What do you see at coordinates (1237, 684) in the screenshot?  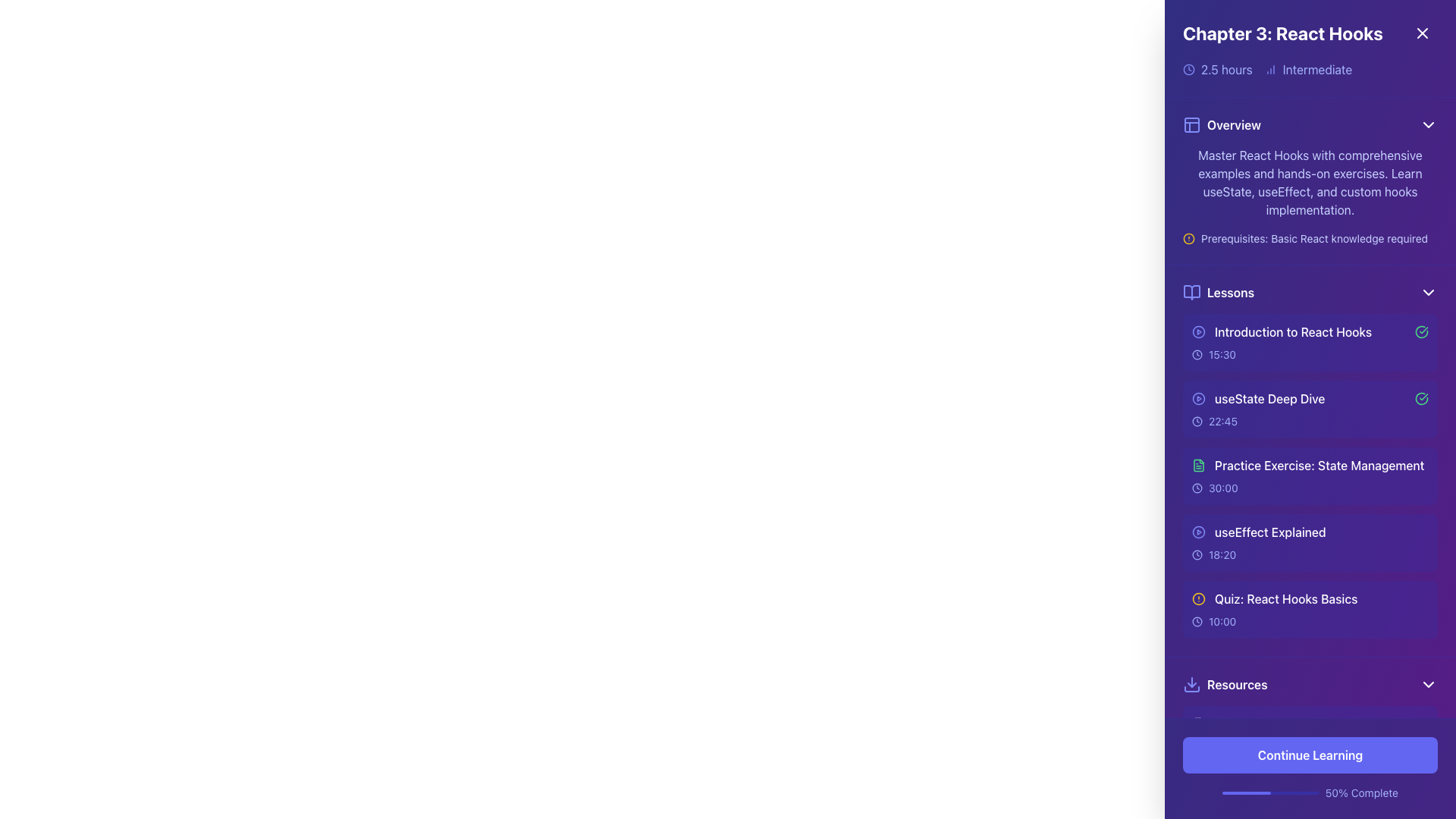 I see `the Text Label located at the bottom of a vertically-aligned list on the side panel, positioned to the right of a download icon` at bounding box center [1237, 684].